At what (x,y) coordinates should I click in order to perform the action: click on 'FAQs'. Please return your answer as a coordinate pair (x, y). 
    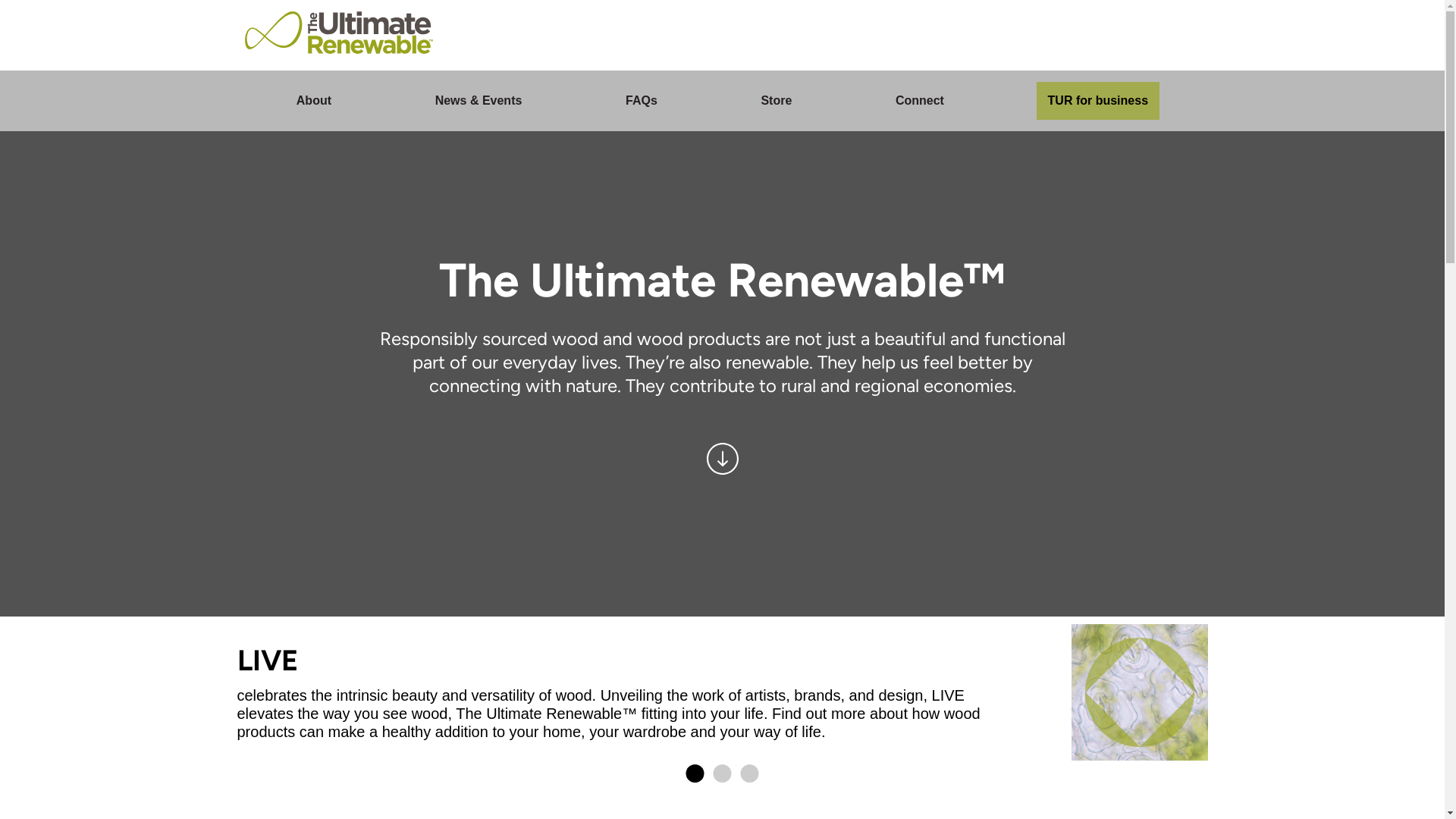
    Looking at the image, I should click on (641, 100).